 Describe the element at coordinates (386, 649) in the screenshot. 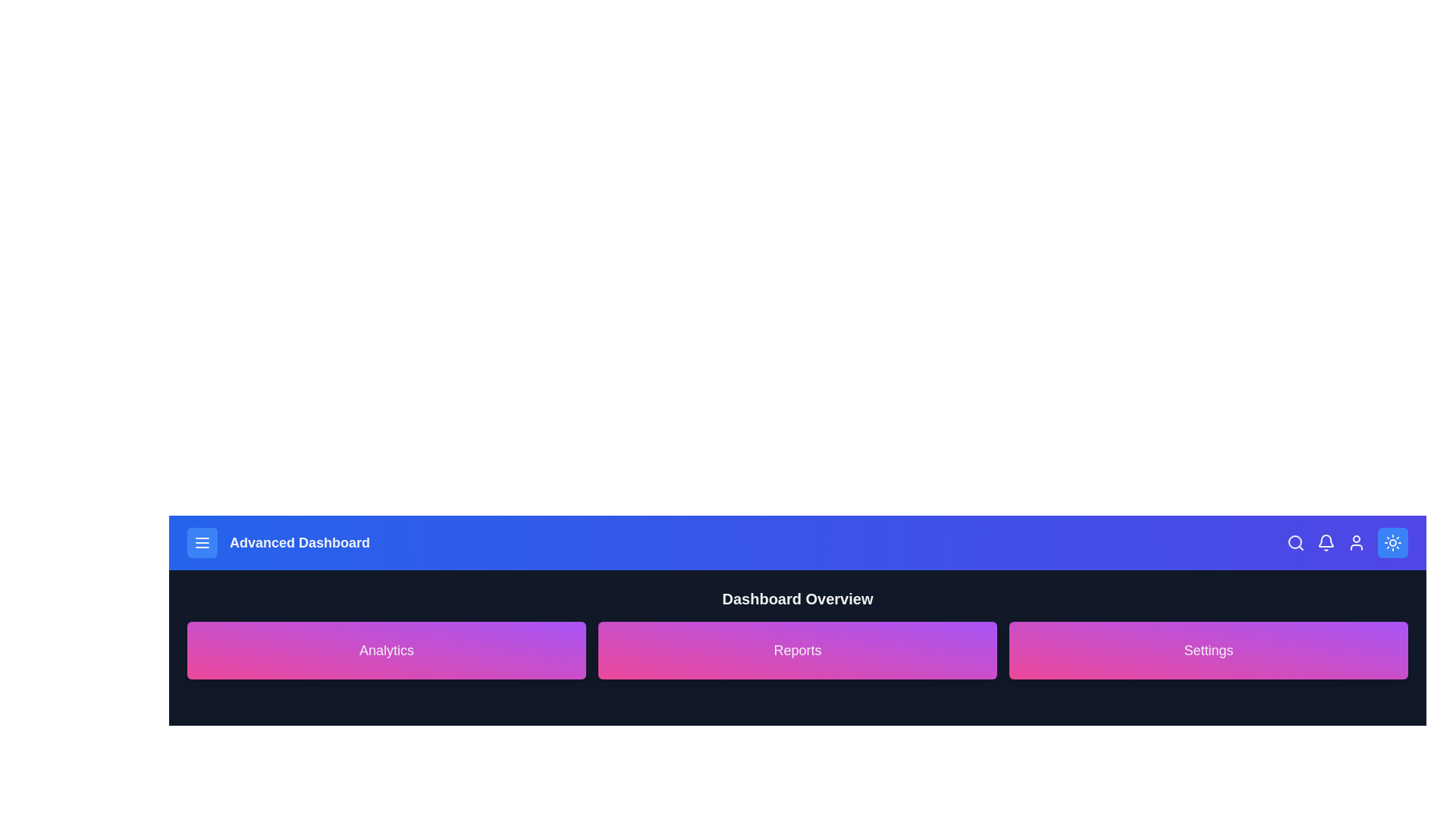

I see `the Analytics card to interact with it` at that location.